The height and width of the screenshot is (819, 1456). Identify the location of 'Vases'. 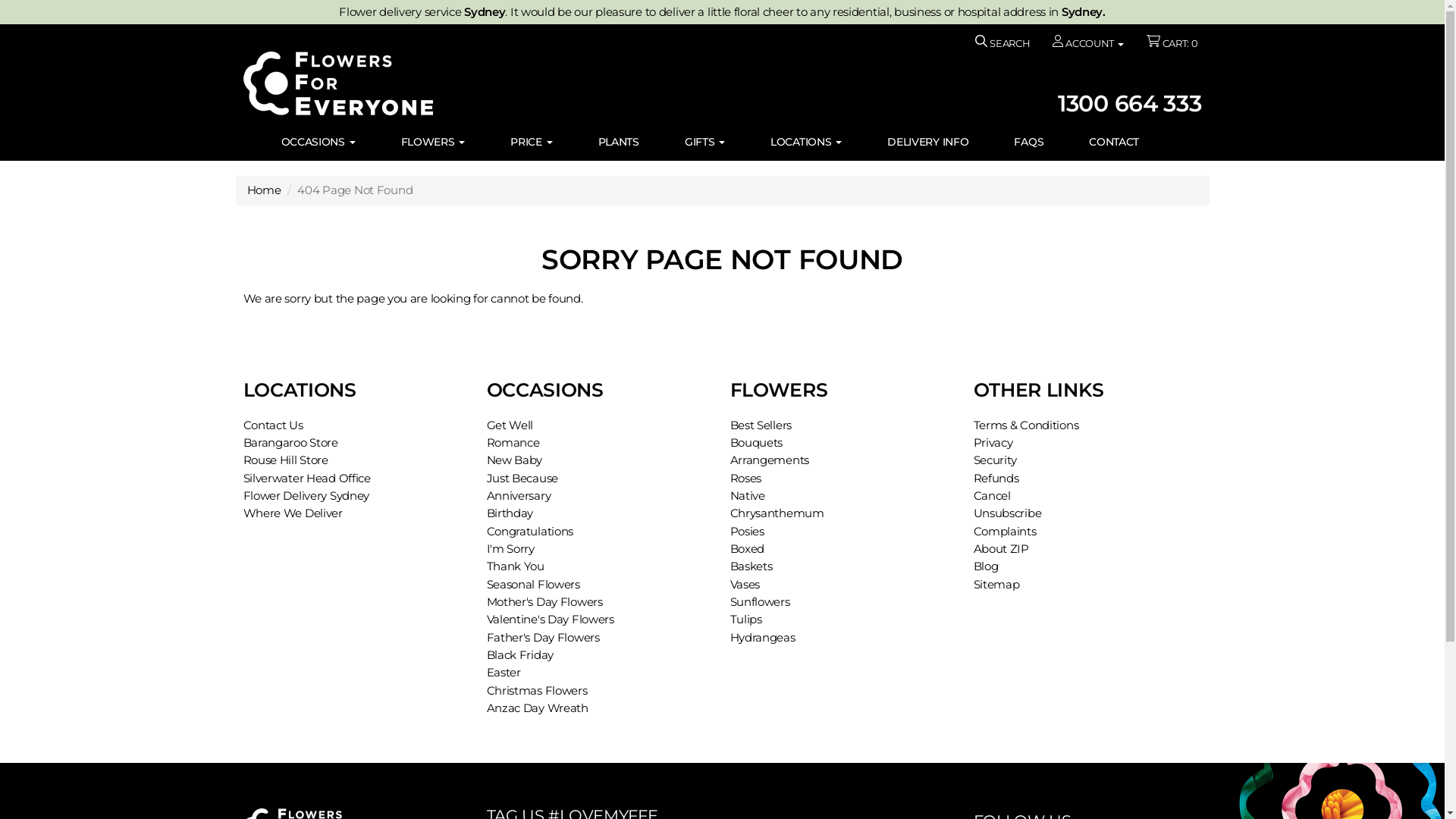
(745, 584).